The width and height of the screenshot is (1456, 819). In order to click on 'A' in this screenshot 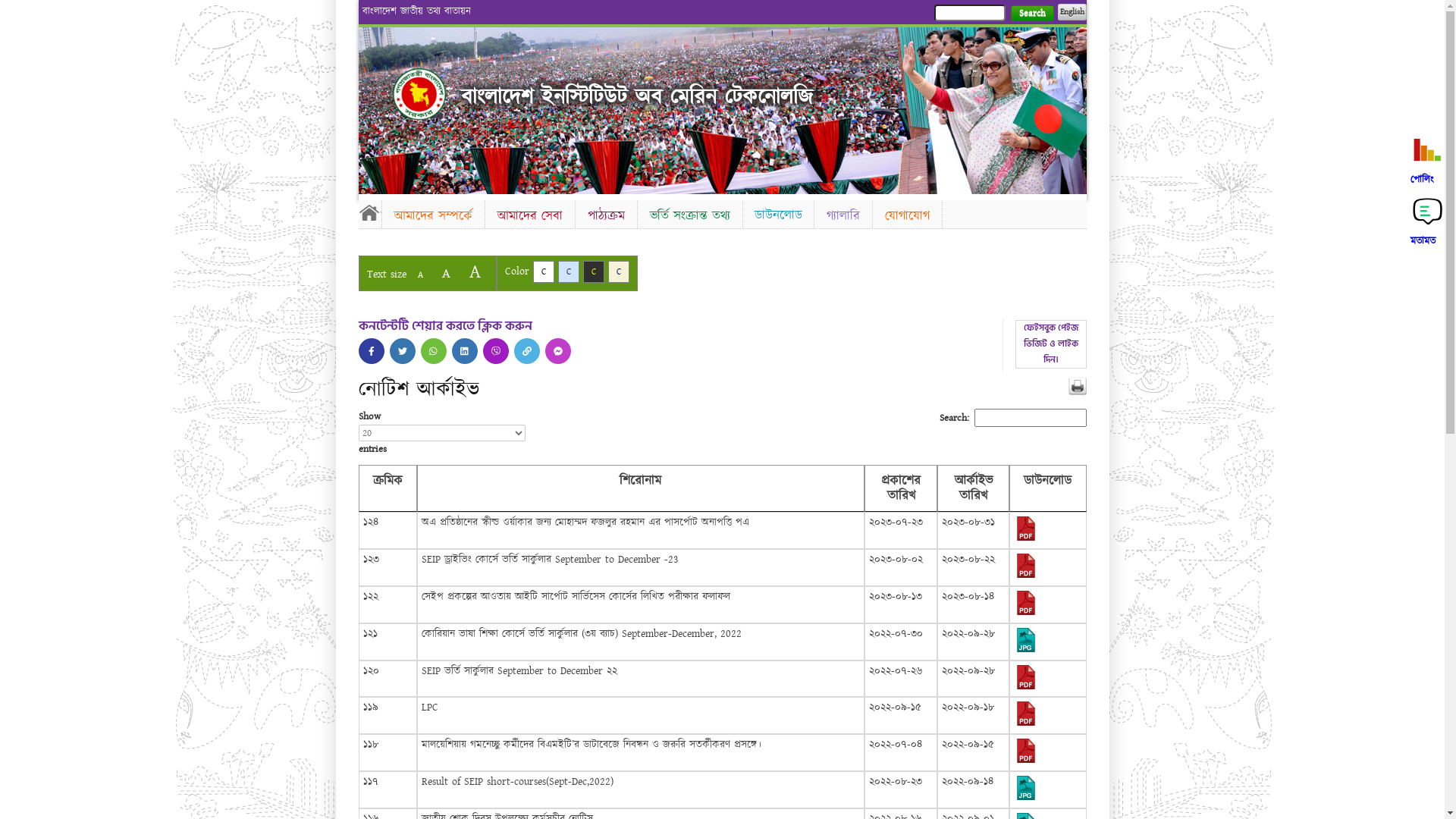, I will do `click(460, 271)`.